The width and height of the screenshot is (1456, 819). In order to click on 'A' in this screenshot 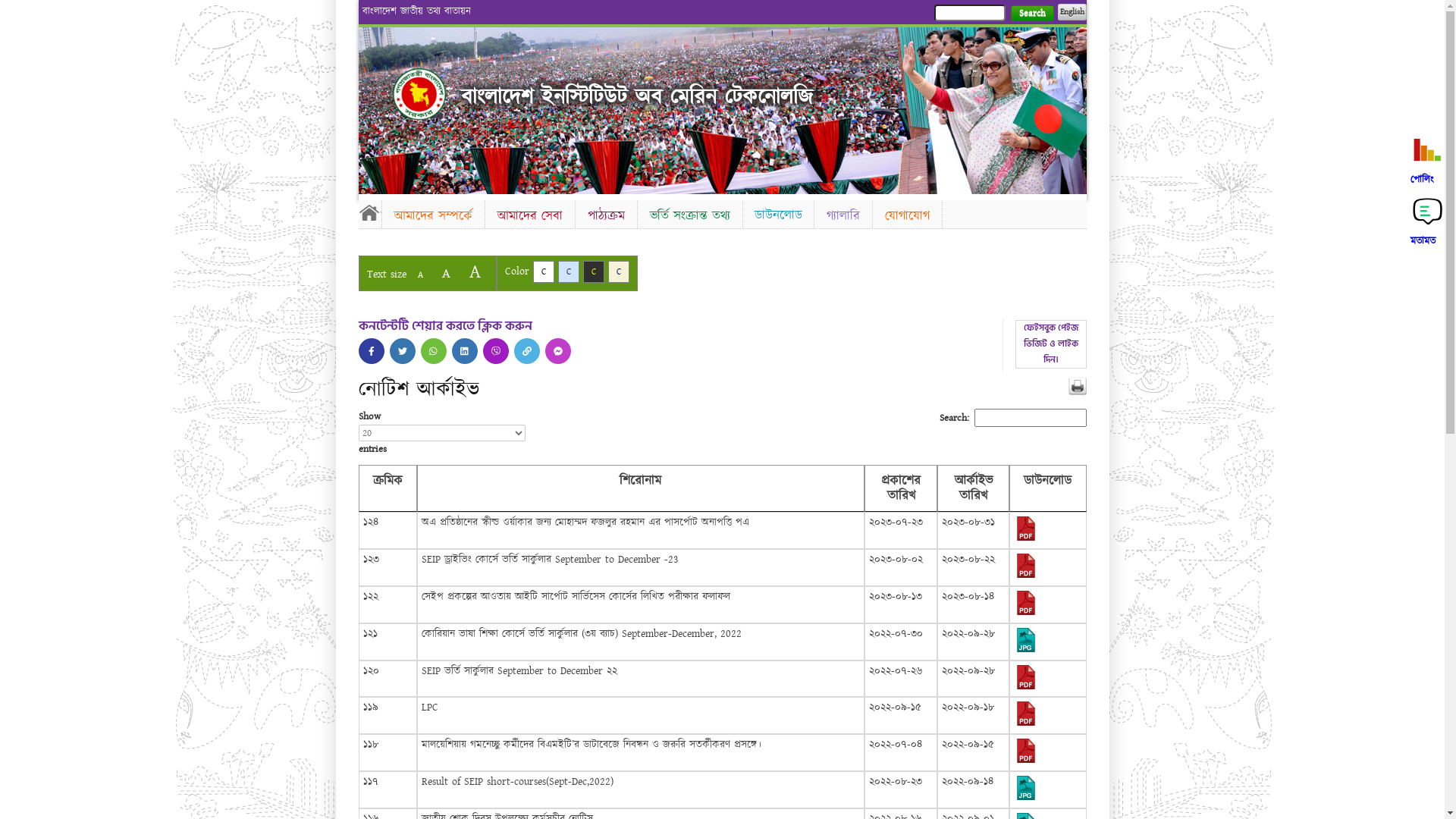, I will do `click(460, 271)`.